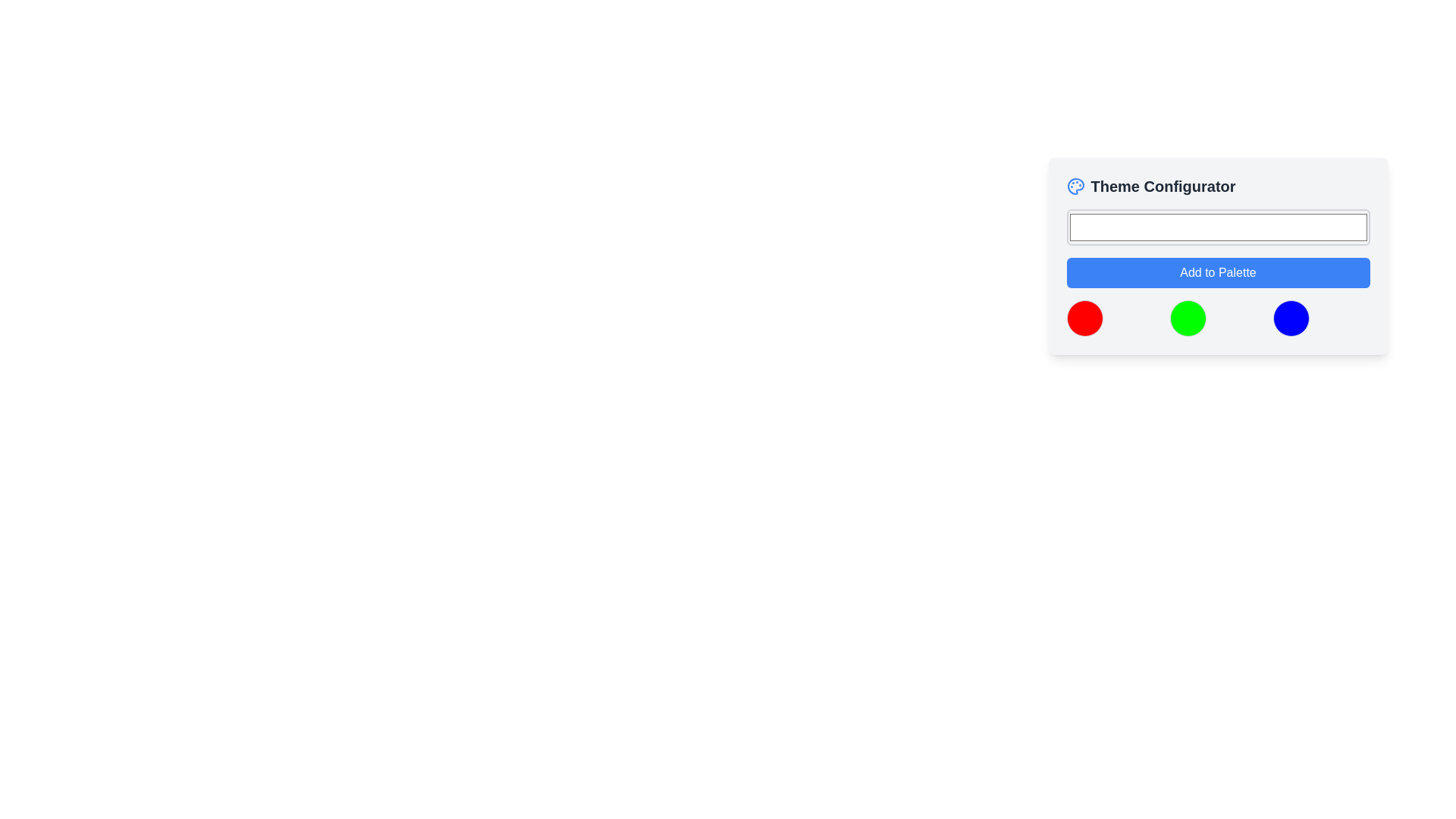 The image size is (1456, 819). Describe the element at coordinates (1218, 227) in the screenshot. I see `a color by clicking on the Color Picker Input Field, which is a rectangular input field with a gray rounded border and a blue focused outline when active, positioned below the 'Theme Configurator' text` at that location.